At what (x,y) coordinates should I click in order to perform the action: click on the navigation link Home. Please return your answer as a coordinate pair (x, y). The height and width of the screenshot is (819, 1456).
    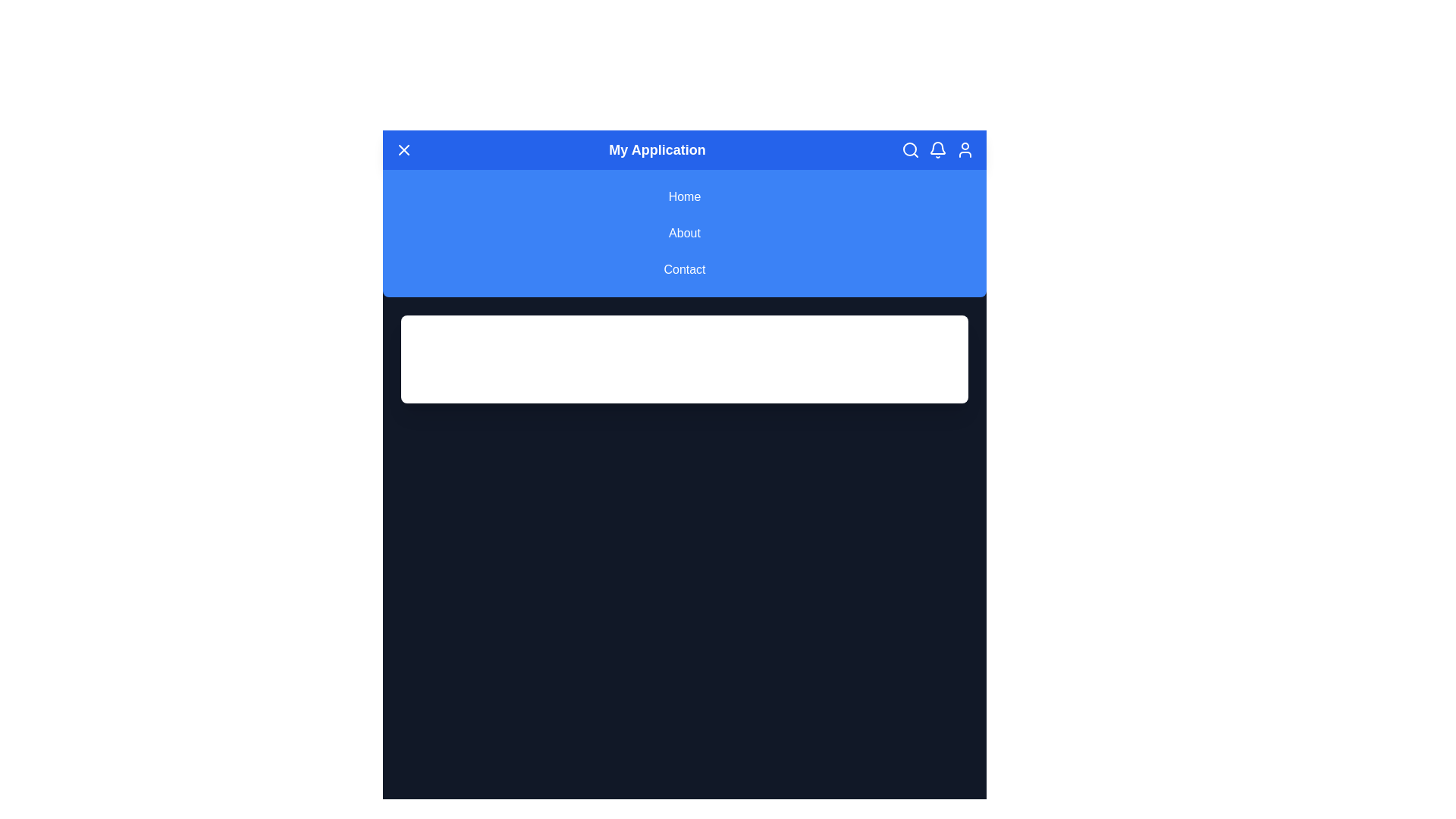
    Looking at the image, I should click on (683, 196).